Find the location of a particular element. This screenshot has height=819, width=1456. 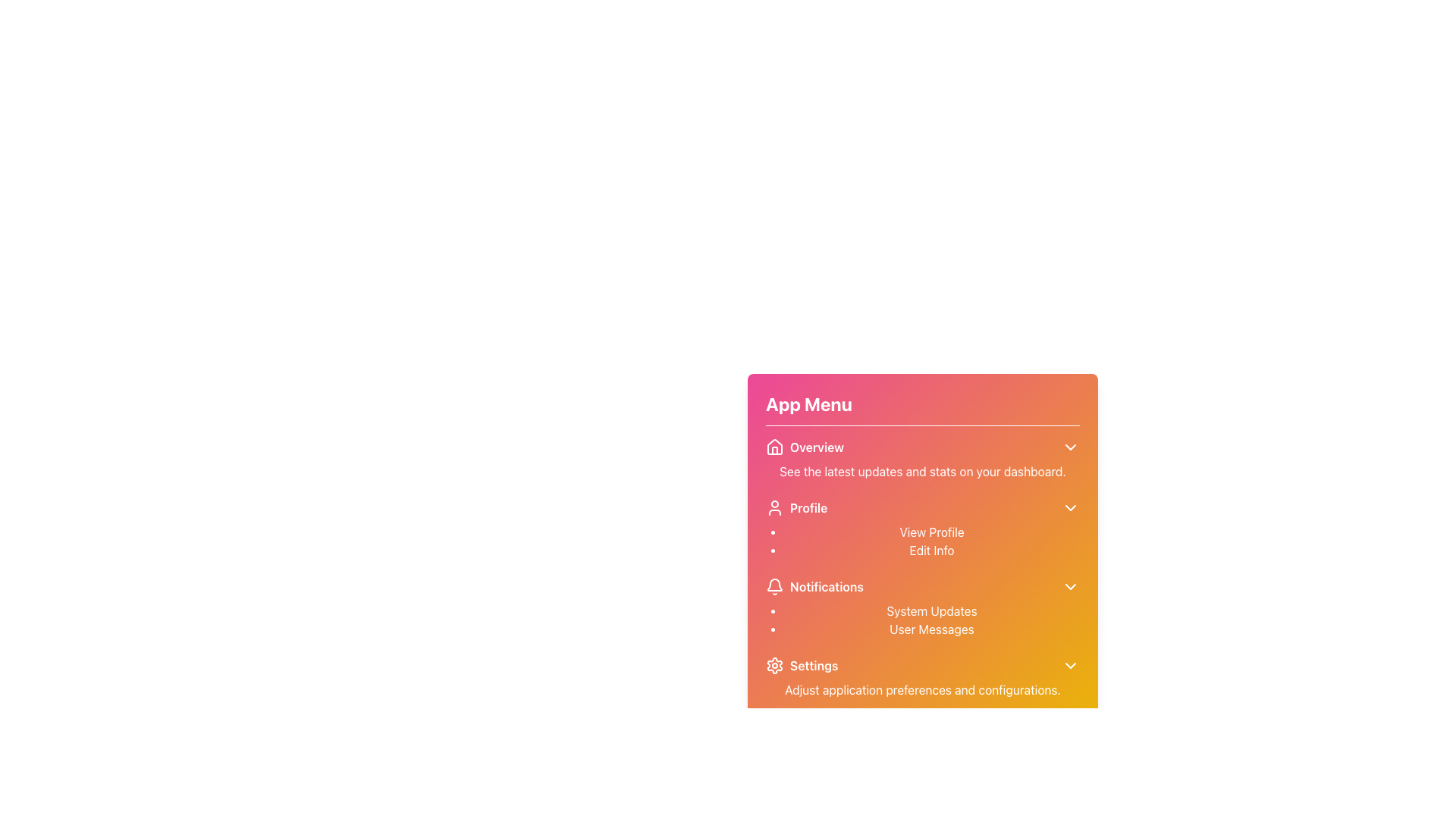

the 'Overview' menu item icon located in the 'App Menu' is located at coordinates (775, 446).